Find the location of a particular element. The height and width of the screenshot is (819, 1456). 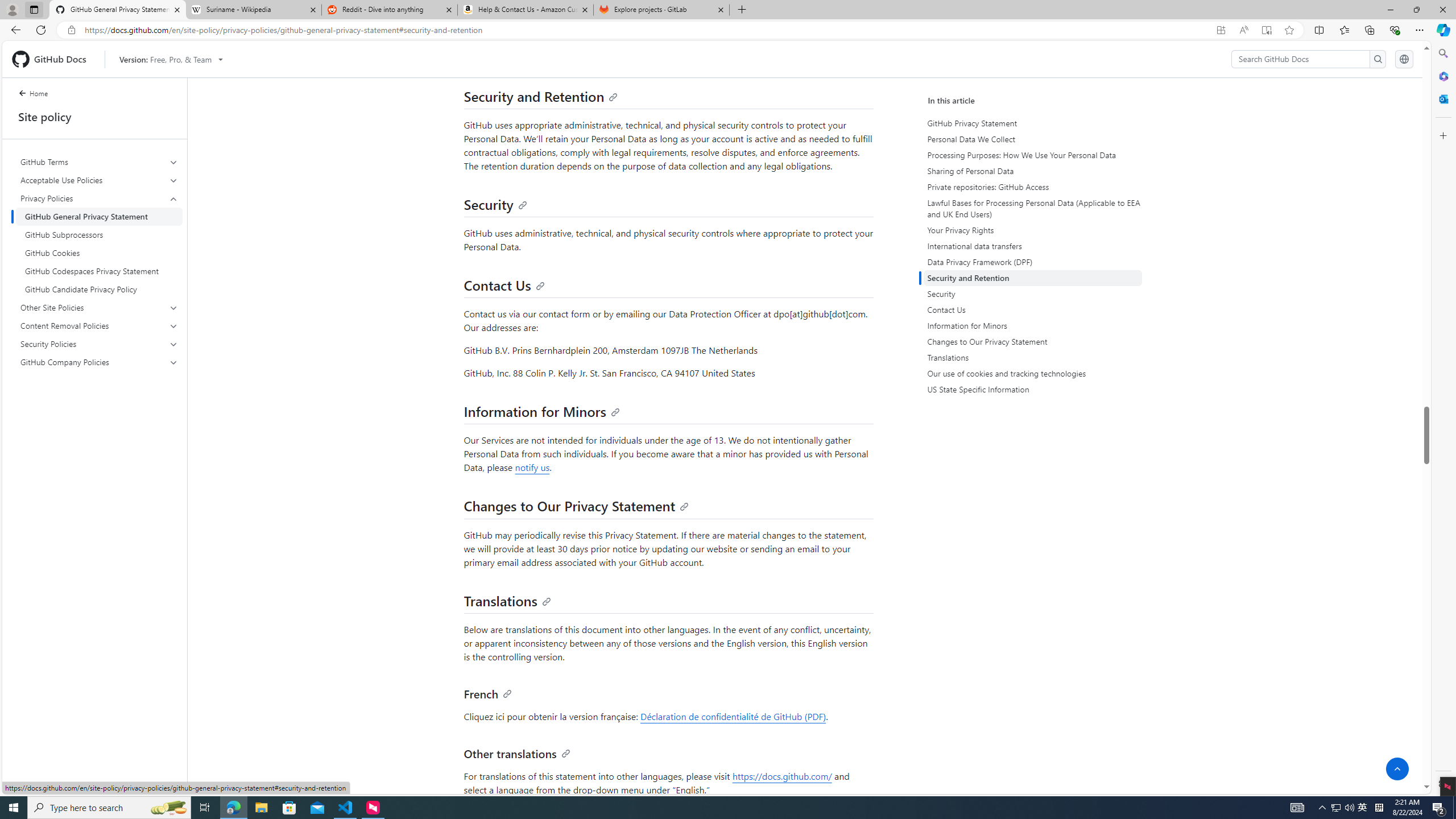

'GitHub Terms' is located at coordinates (100, 162).